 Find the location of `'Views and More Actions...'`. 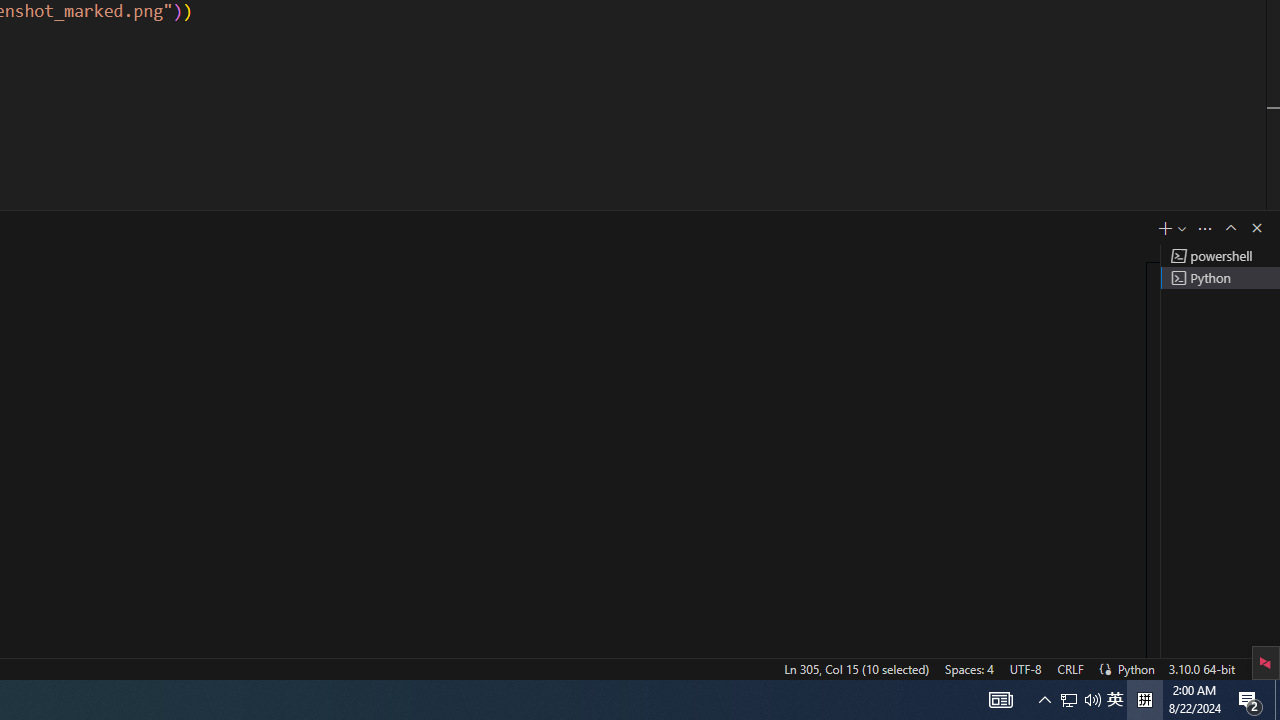

'Views and More Actions...' is located at coordinates (1204, 227).